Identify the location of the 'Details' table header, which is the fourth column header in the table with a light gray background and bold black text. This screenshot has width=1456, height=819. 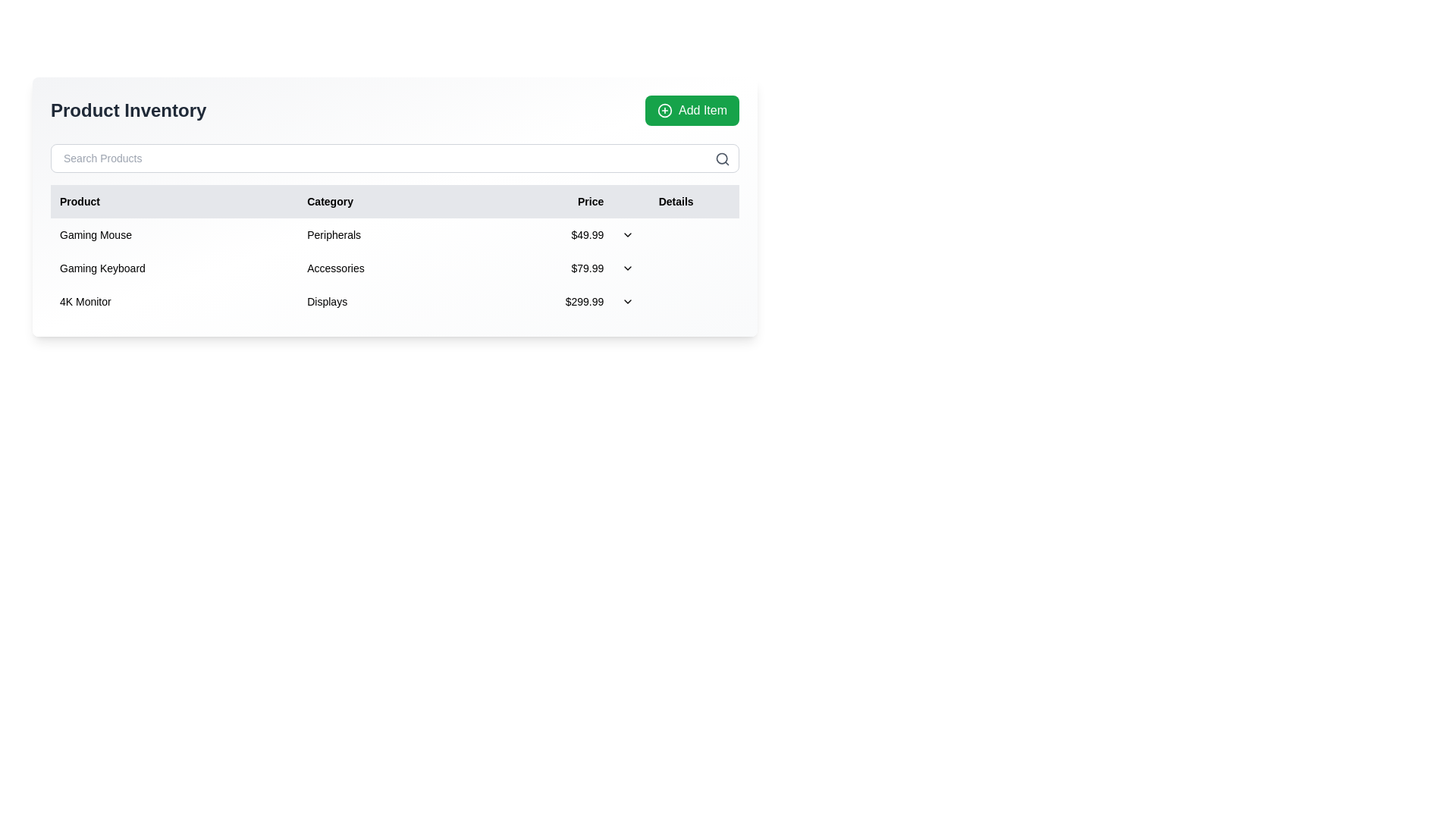
(675, 201).